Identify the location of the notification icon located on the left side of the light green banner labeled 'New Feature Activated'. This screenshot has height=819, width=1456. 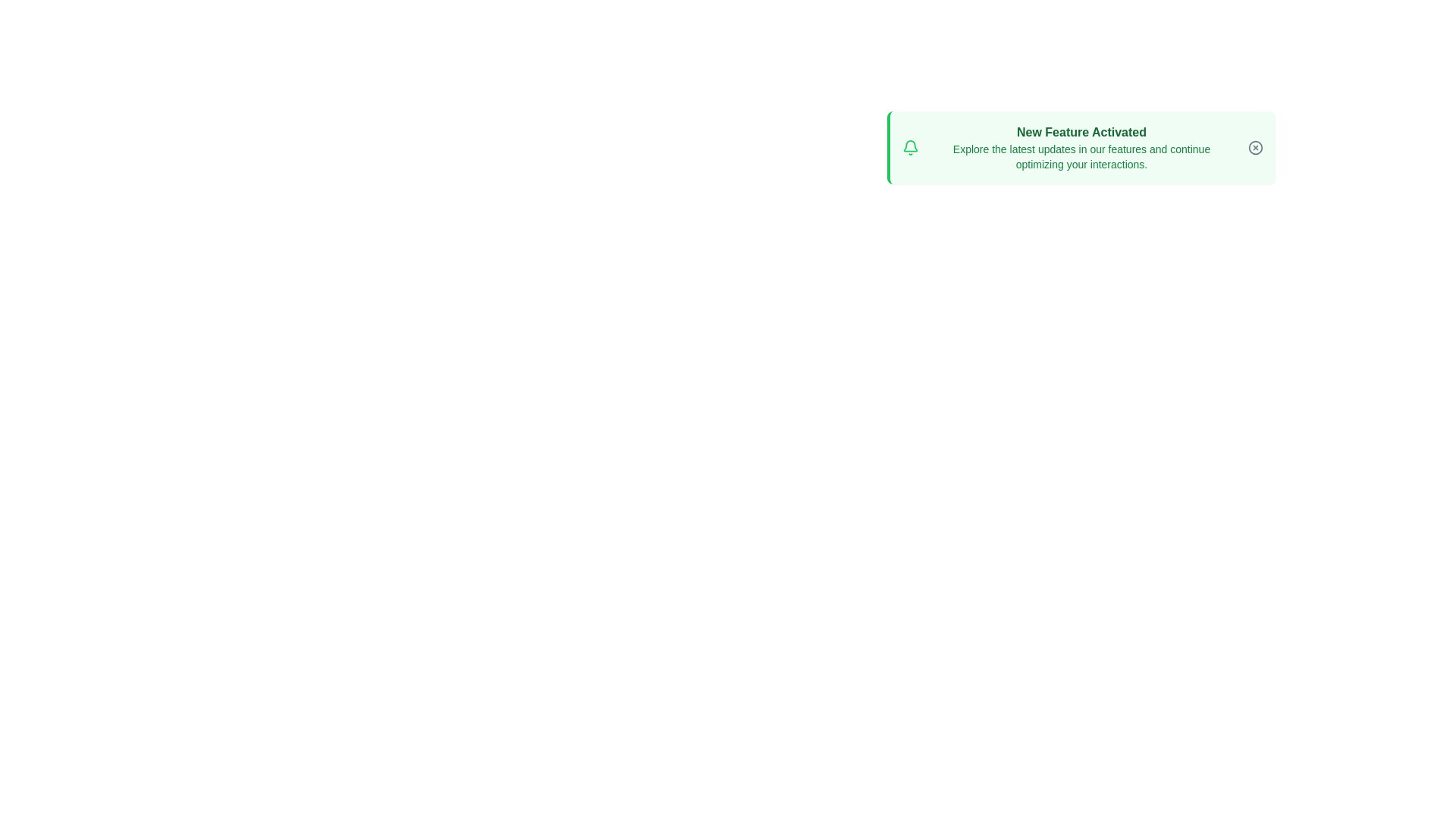
(910, 146).